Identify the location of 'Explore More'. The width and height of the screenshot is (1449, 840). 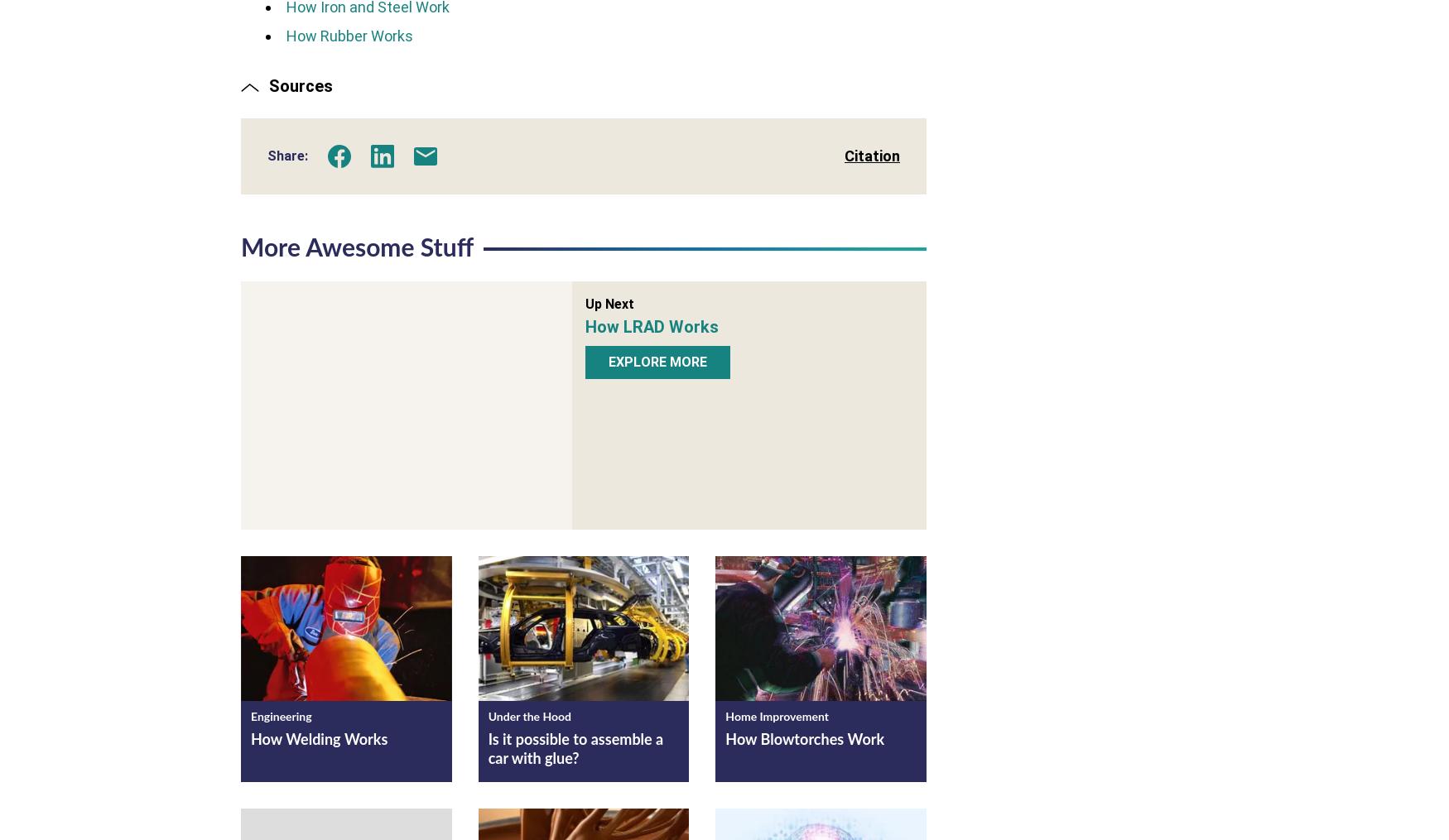
(657, 360).